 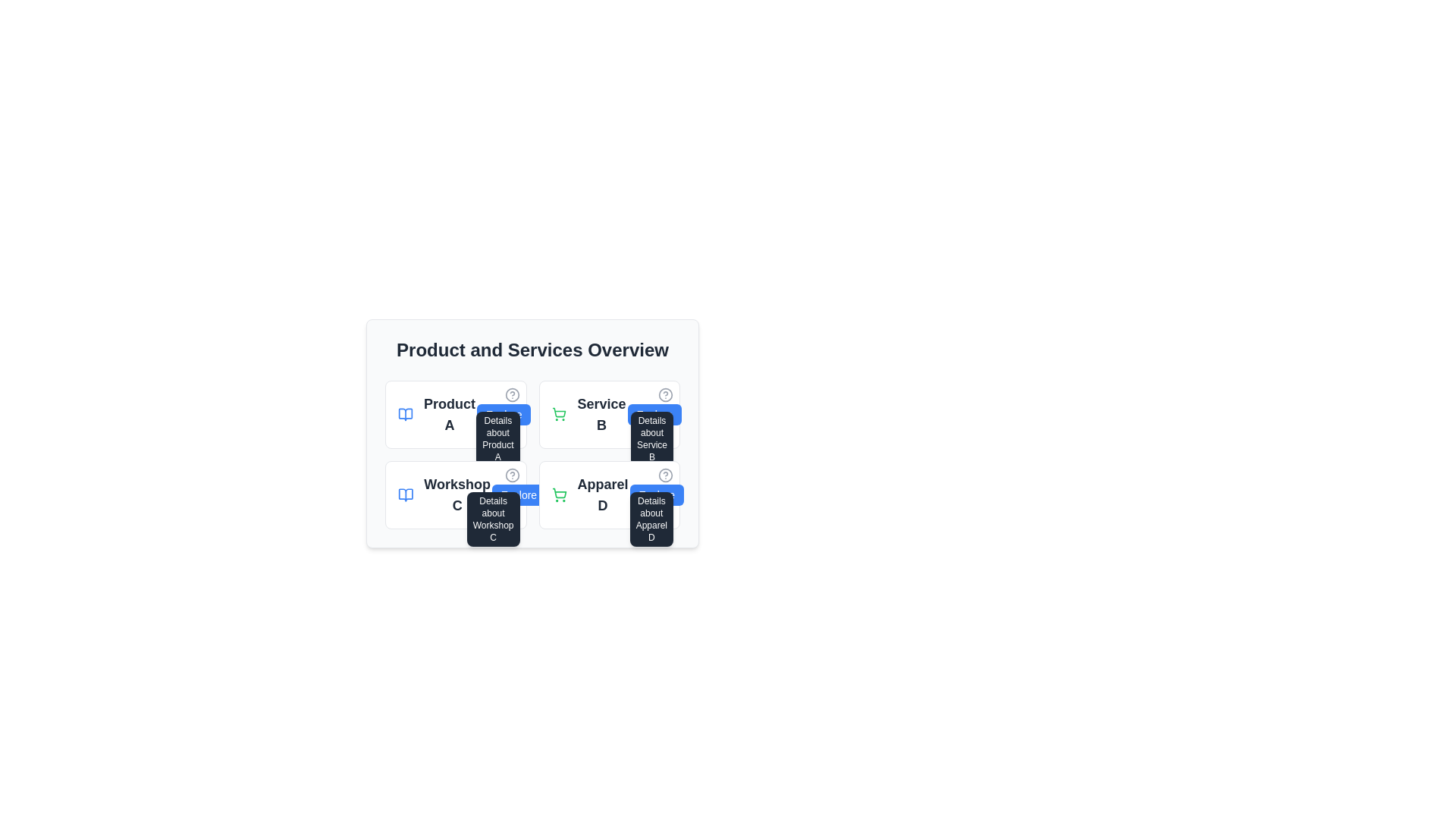 I want to click on the button located in the 'Apparel D' section, positioned at the bottom-right corner below the title 'Apparel D', so click(x=657, y=494).